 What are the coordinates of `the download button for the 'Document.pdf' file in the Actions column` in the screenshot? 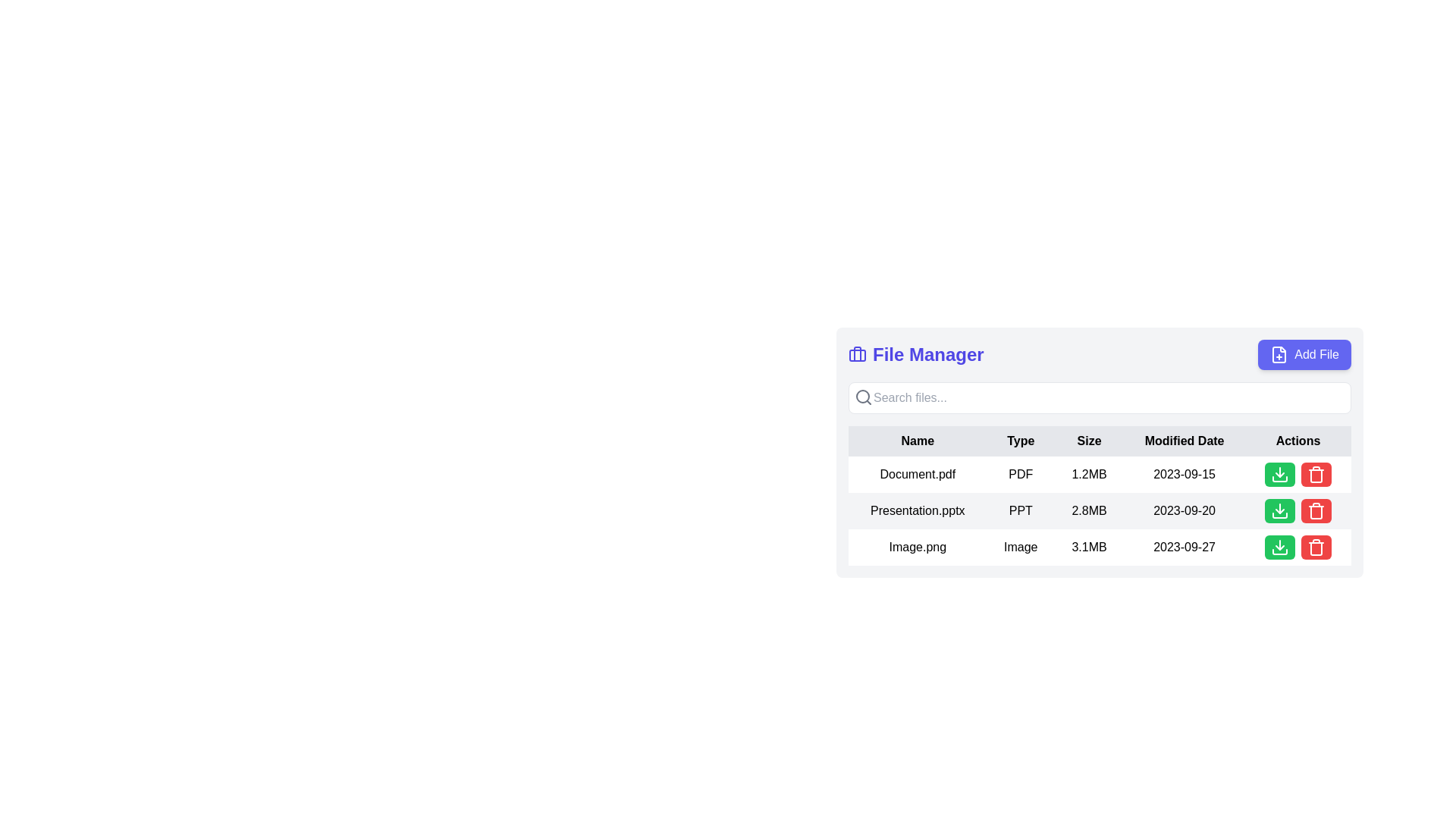 It's located at (1298, 473).